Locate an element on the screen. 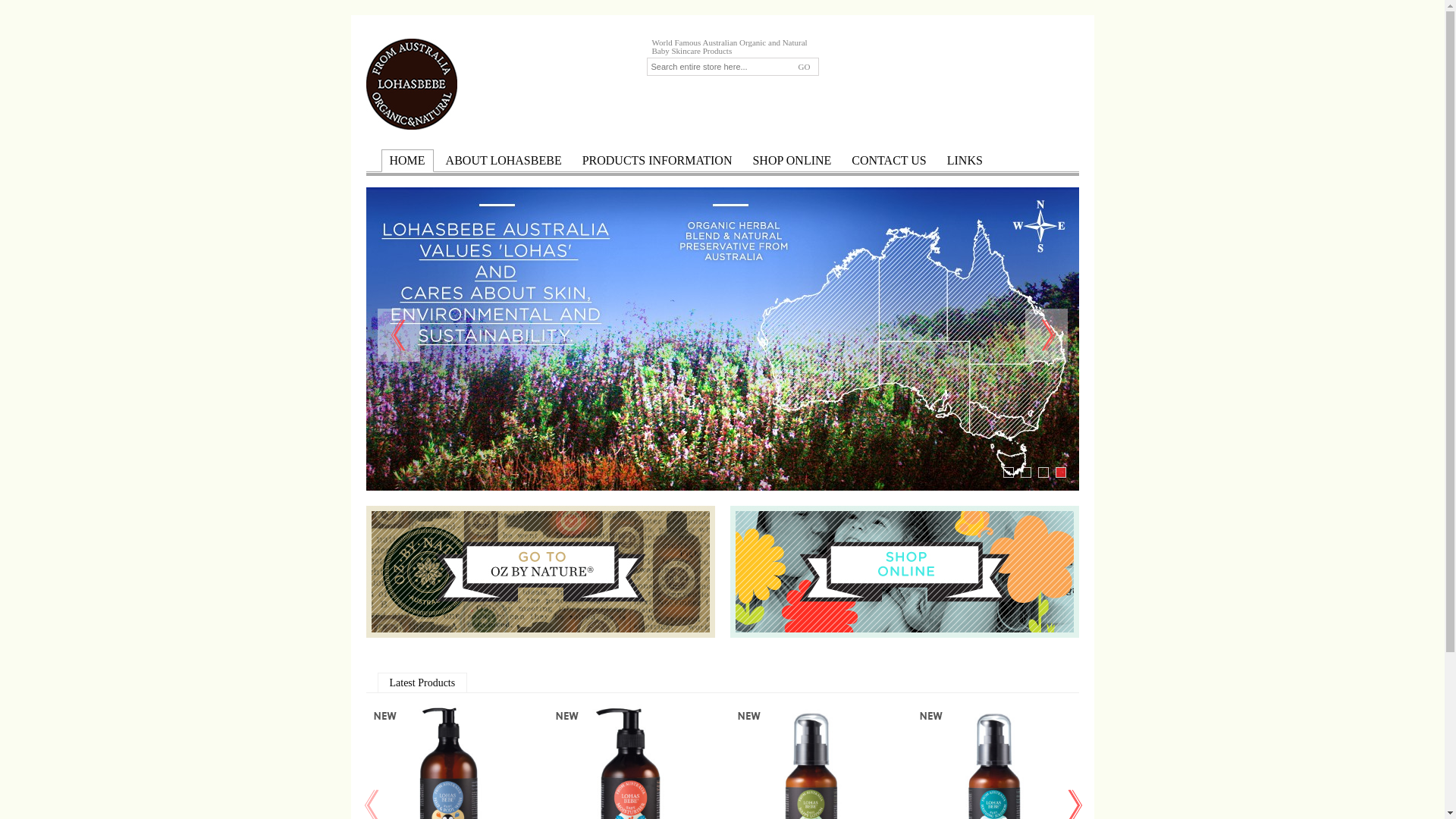 The height and width of the screenshot is (819, 1456). 'PRODUCTS INFORMATION' is located at coordinates (657, 160).